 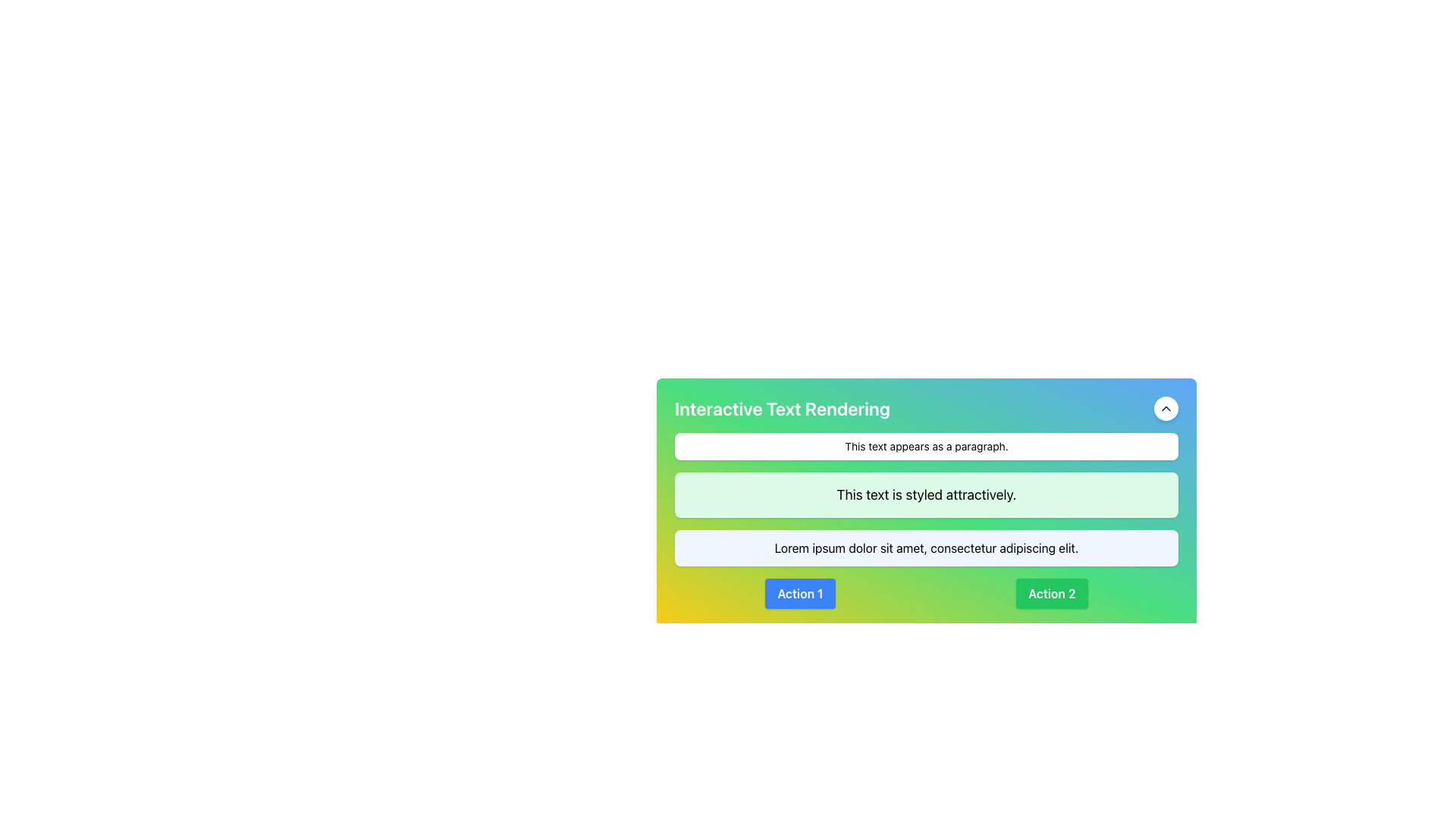 What do you see at coordinates (926, 446) in the screenshot?
I see `the Text Display element that contains the black text 'This text appears as a paragraph.' which is a horizontally stretched rectangle with a white background and rounded corners` at bounding box center [926, 446].